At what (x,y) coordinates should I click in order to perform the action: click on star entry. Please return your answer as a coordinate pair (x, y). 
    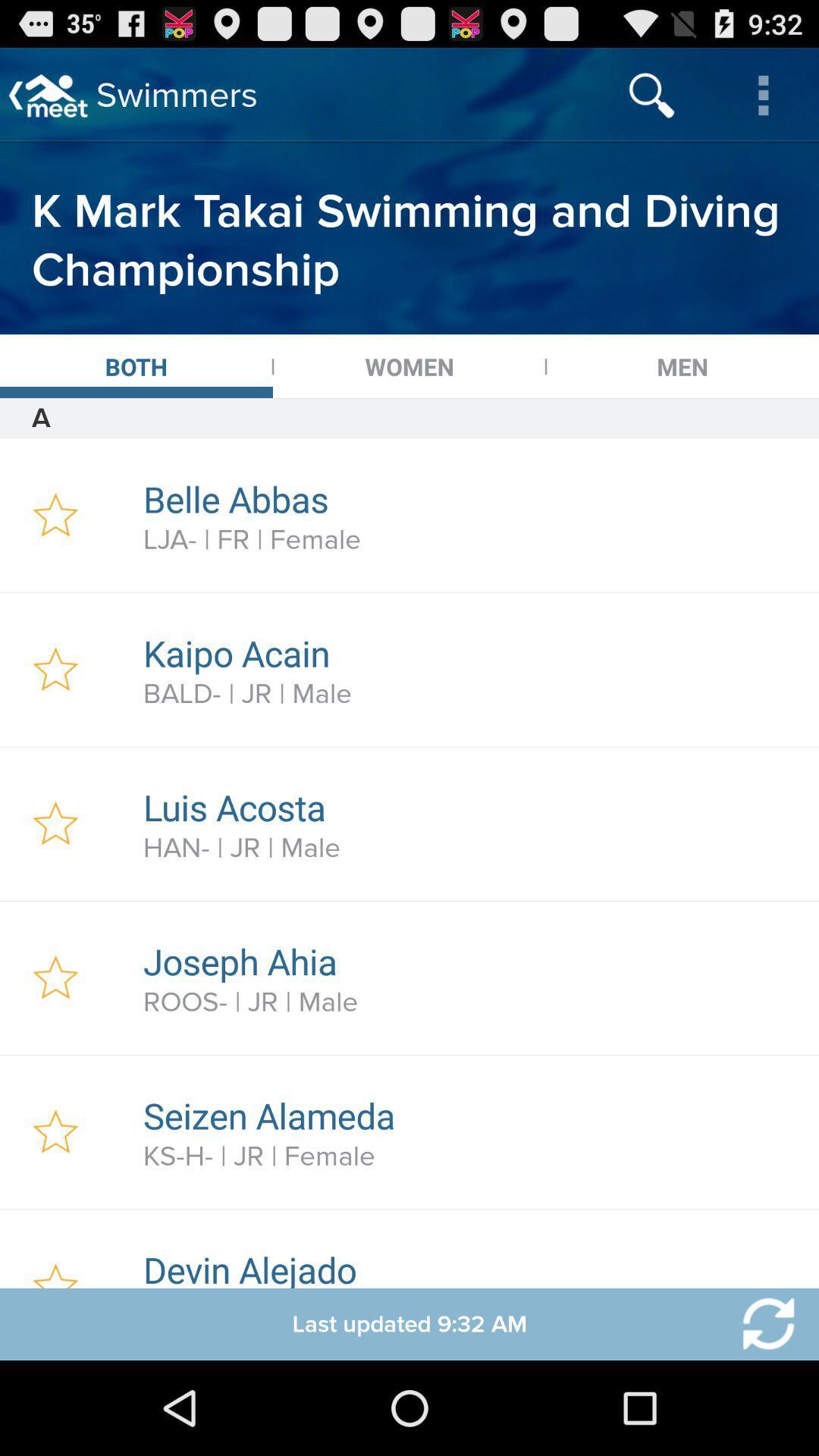
    Looking at the image, I should click on (55, 516).